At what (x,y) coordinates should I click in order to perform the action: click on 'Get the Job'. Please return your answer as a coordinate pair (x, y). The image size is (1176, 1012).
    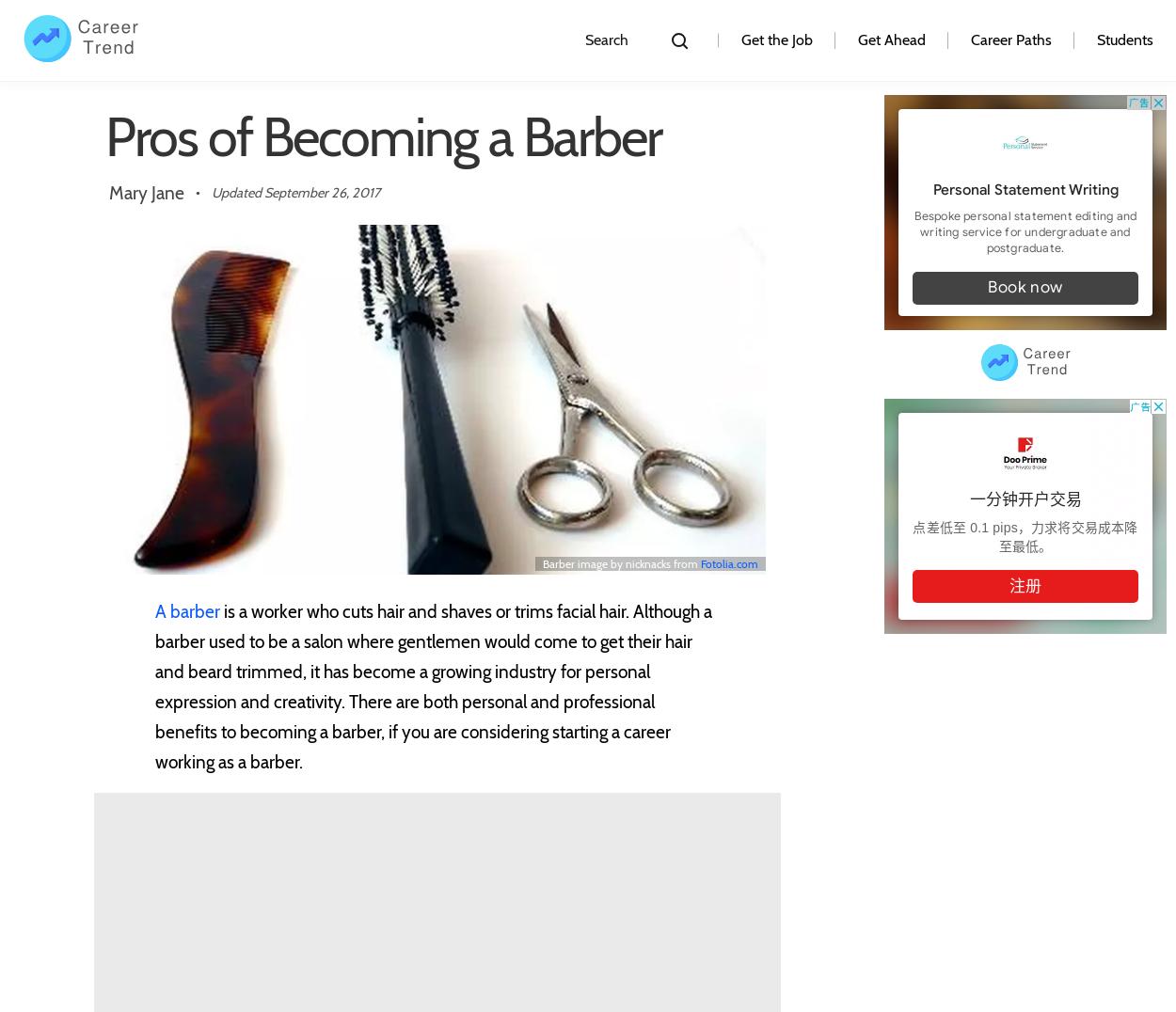
    Looking at the image, I should click on (776, 39).